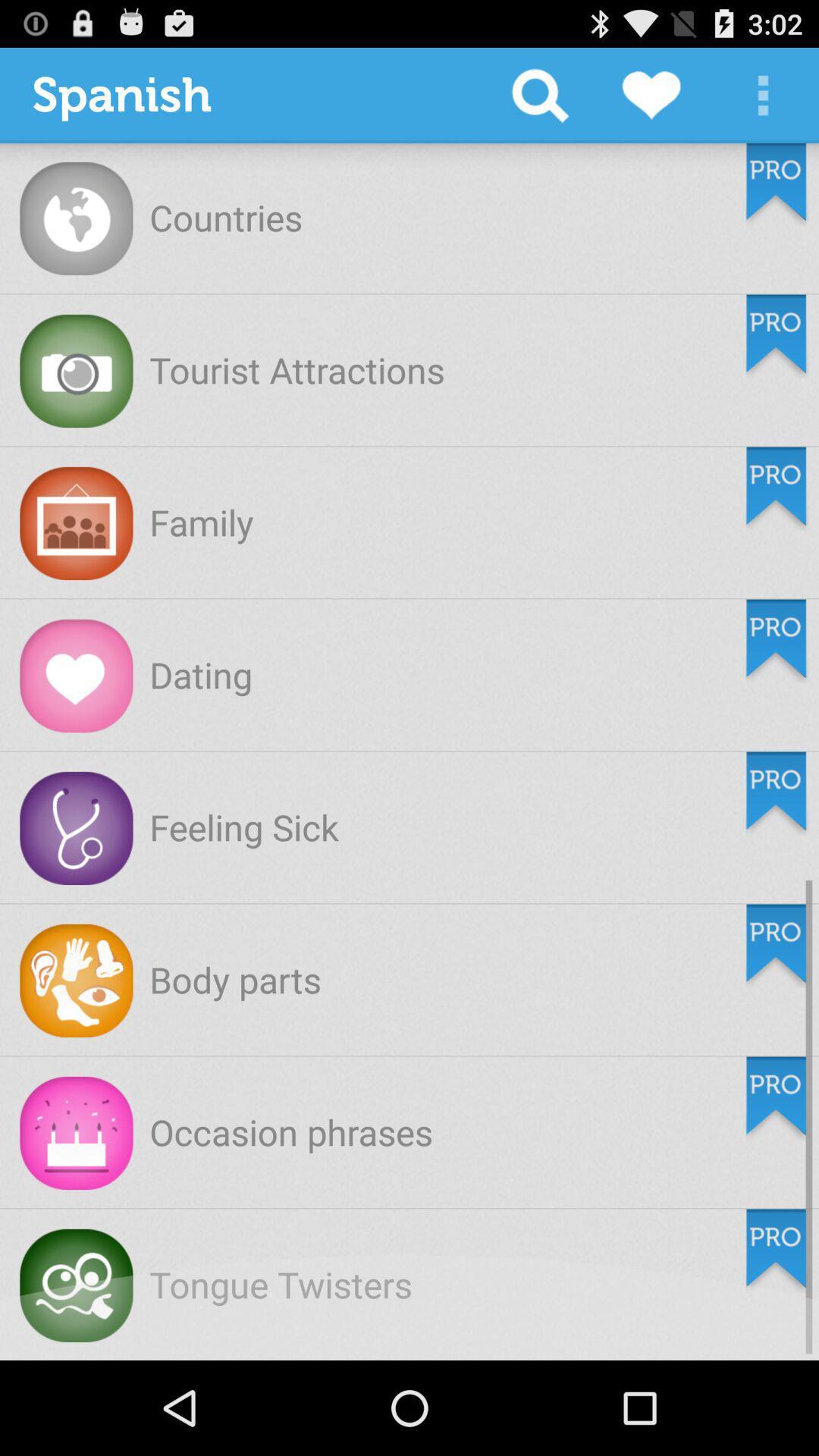 The image size is (819, 1456). I want to click on the occasion phrases icon, so click(291, 1131).